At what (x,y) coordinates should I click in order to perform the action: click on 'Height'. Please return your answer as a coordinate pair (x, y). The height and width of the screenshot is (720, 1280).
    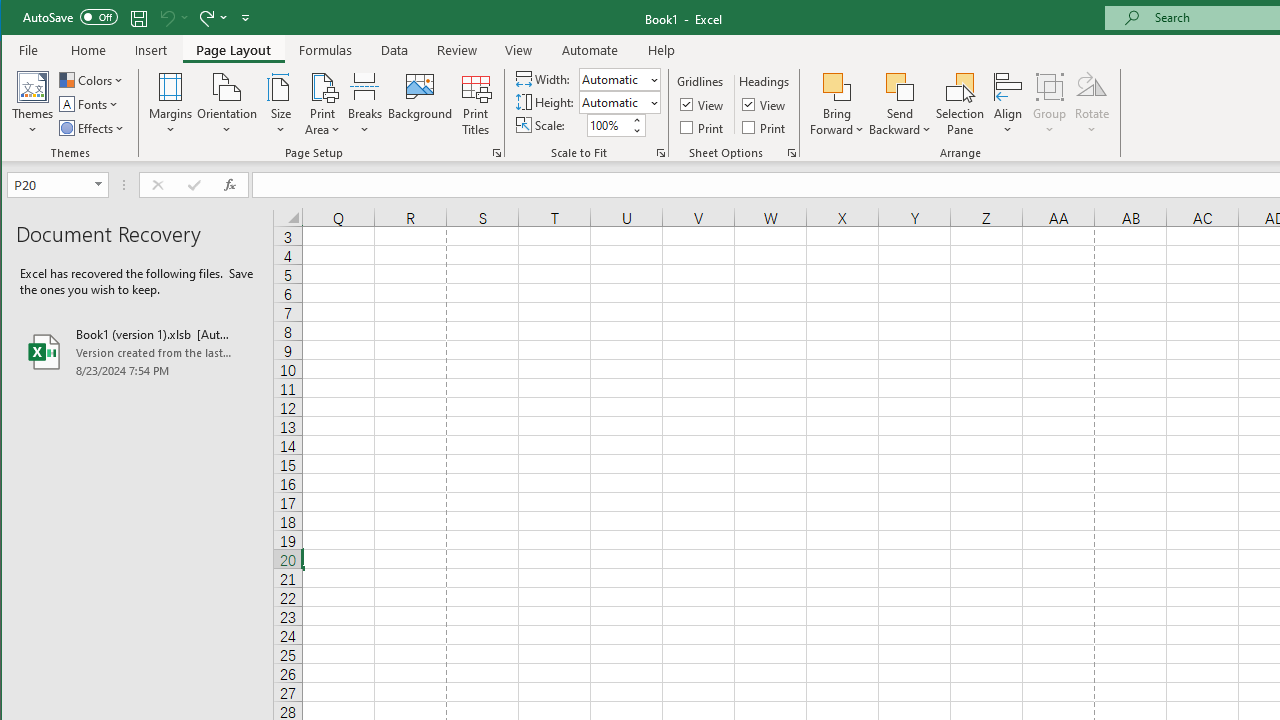
    Looking at the image, I should click on (618, 102).